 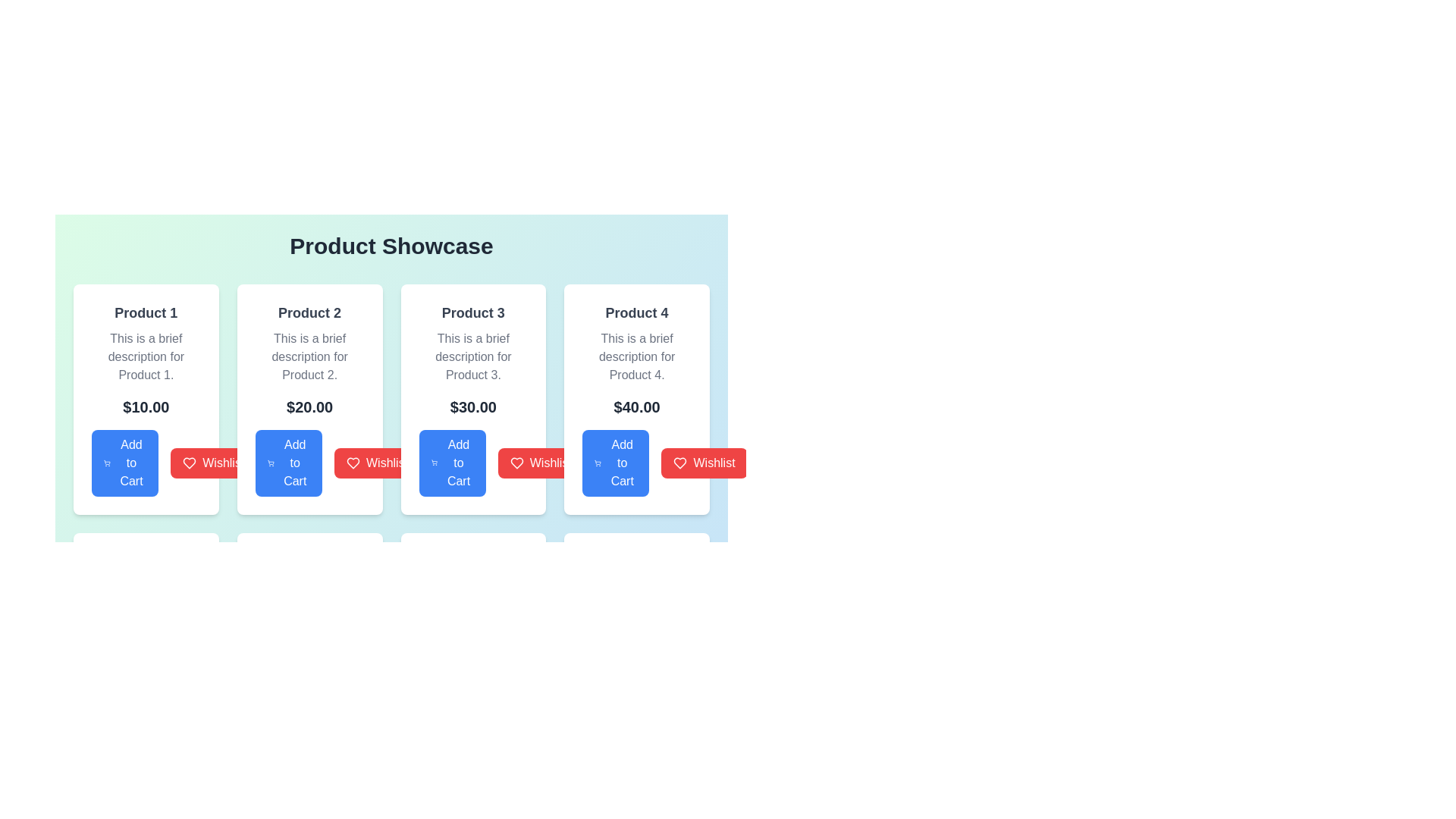 What do you see at coordinates (288, 462) in the screenshot?
I see `the 'Add to Cart' button, which is a rectangular button with a blue background and white text, located underneath the product description of Product 2` at bounding box center [288, 462].